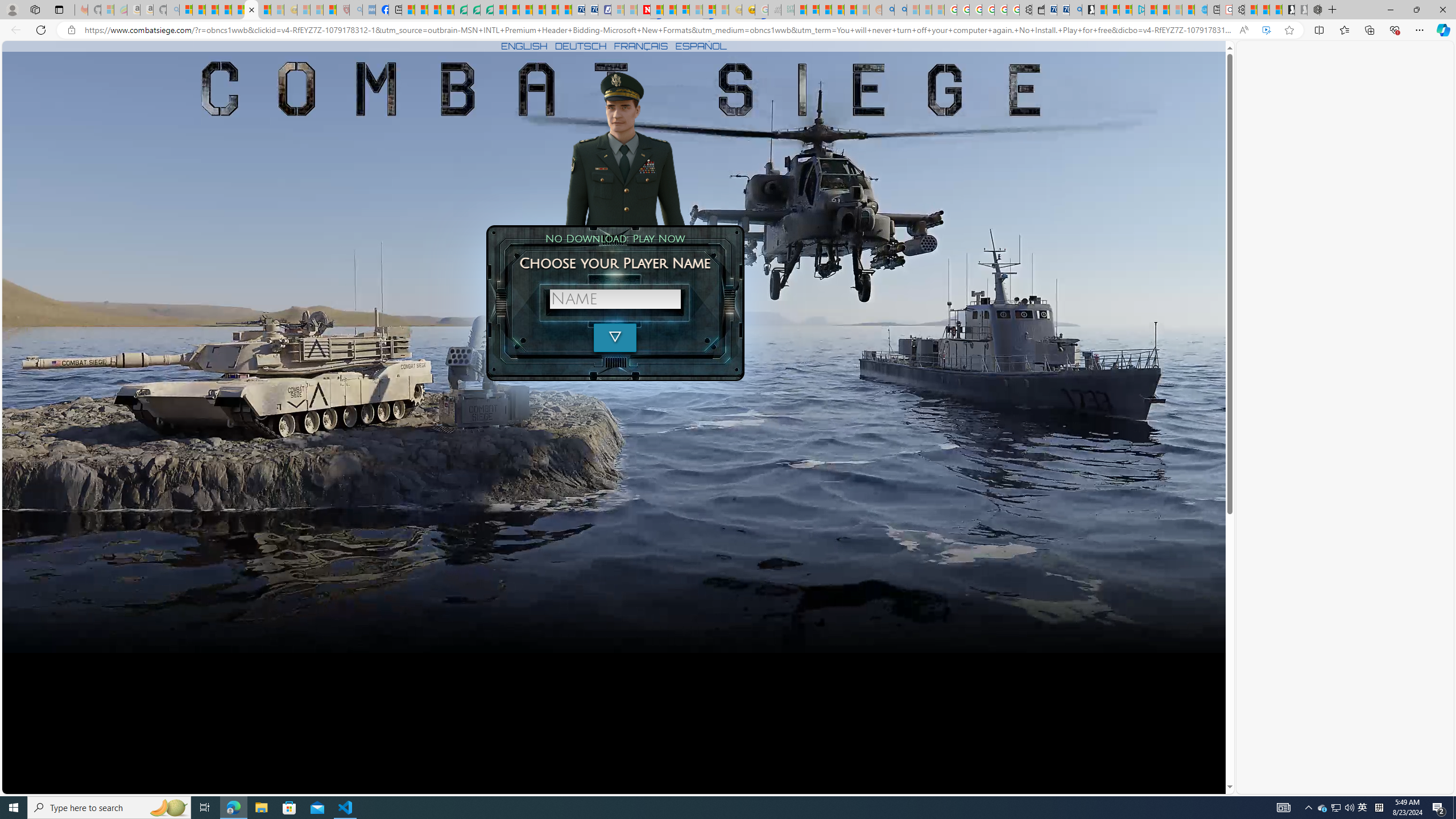  I want to click on 'Bing Real Estate - Home sales and rental listings', so click(1075, 9).